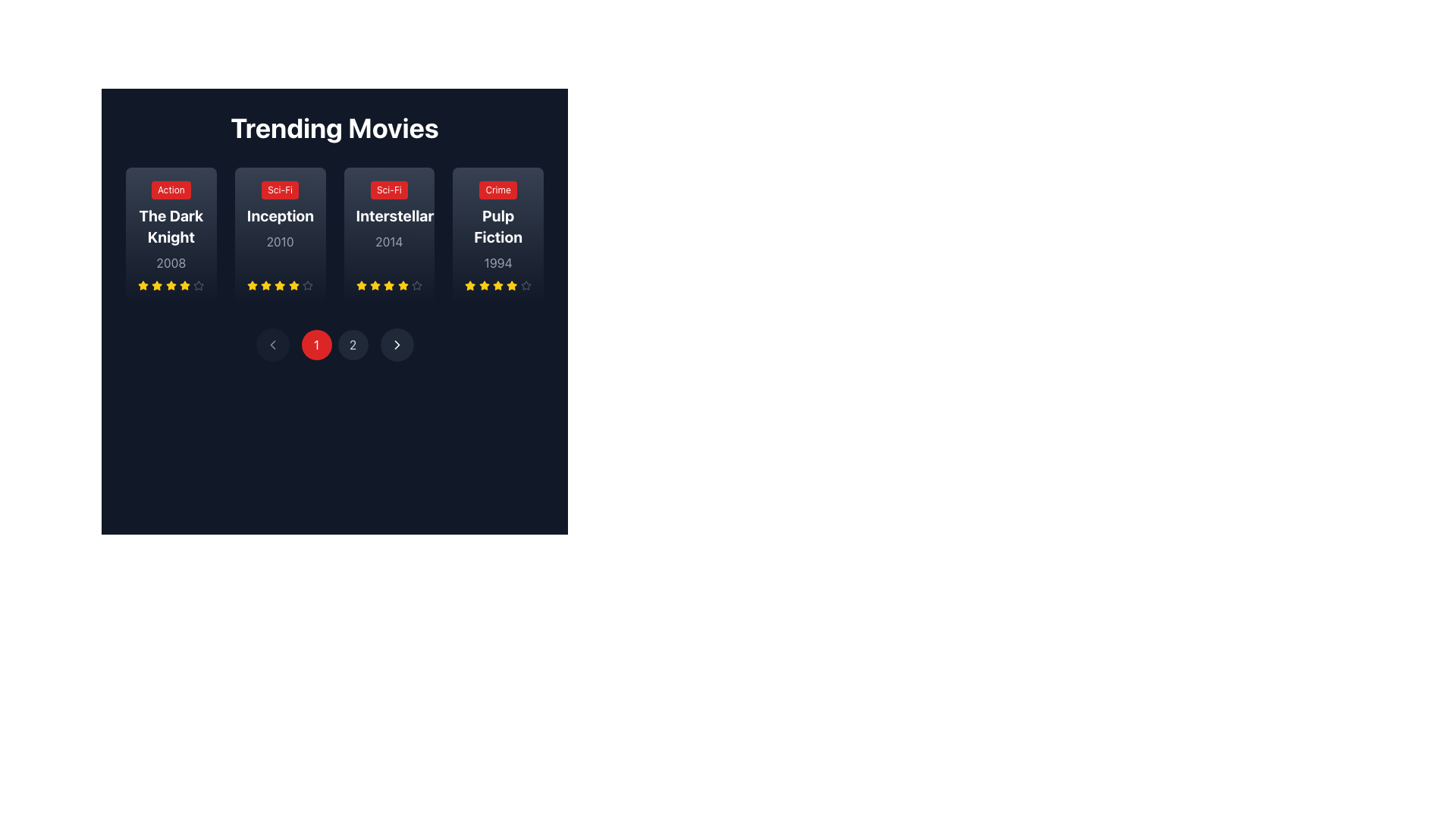 This screenshot has width=1456, height=819. Describe the element at coordinates (389, 285) in the screenshot. I see `the third star icon in the star rating system for the movie 'Interstellar'` at that location.